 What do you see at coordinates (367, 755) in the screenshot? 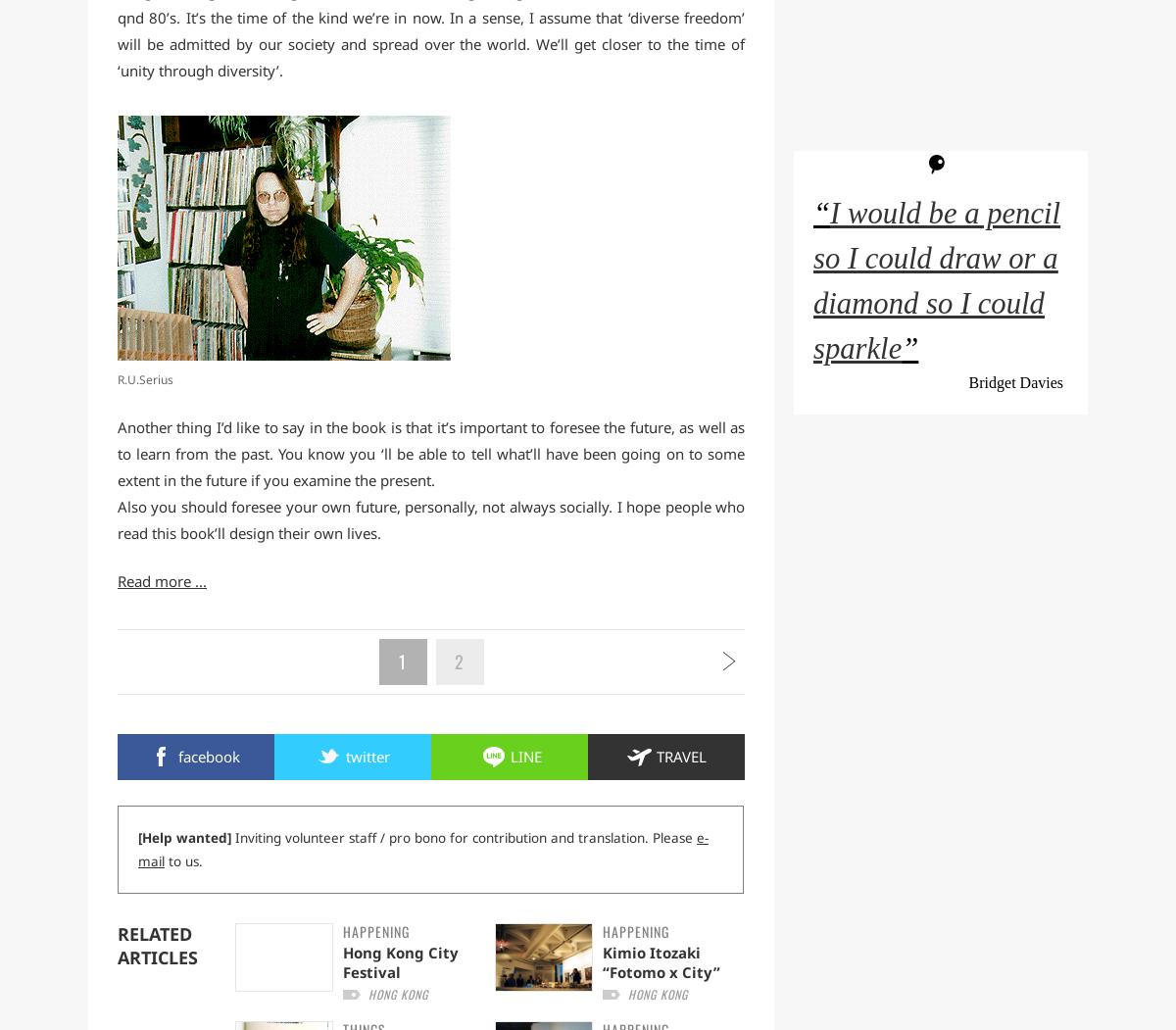
I see `'twitter'` at bounding box center [367, 755].